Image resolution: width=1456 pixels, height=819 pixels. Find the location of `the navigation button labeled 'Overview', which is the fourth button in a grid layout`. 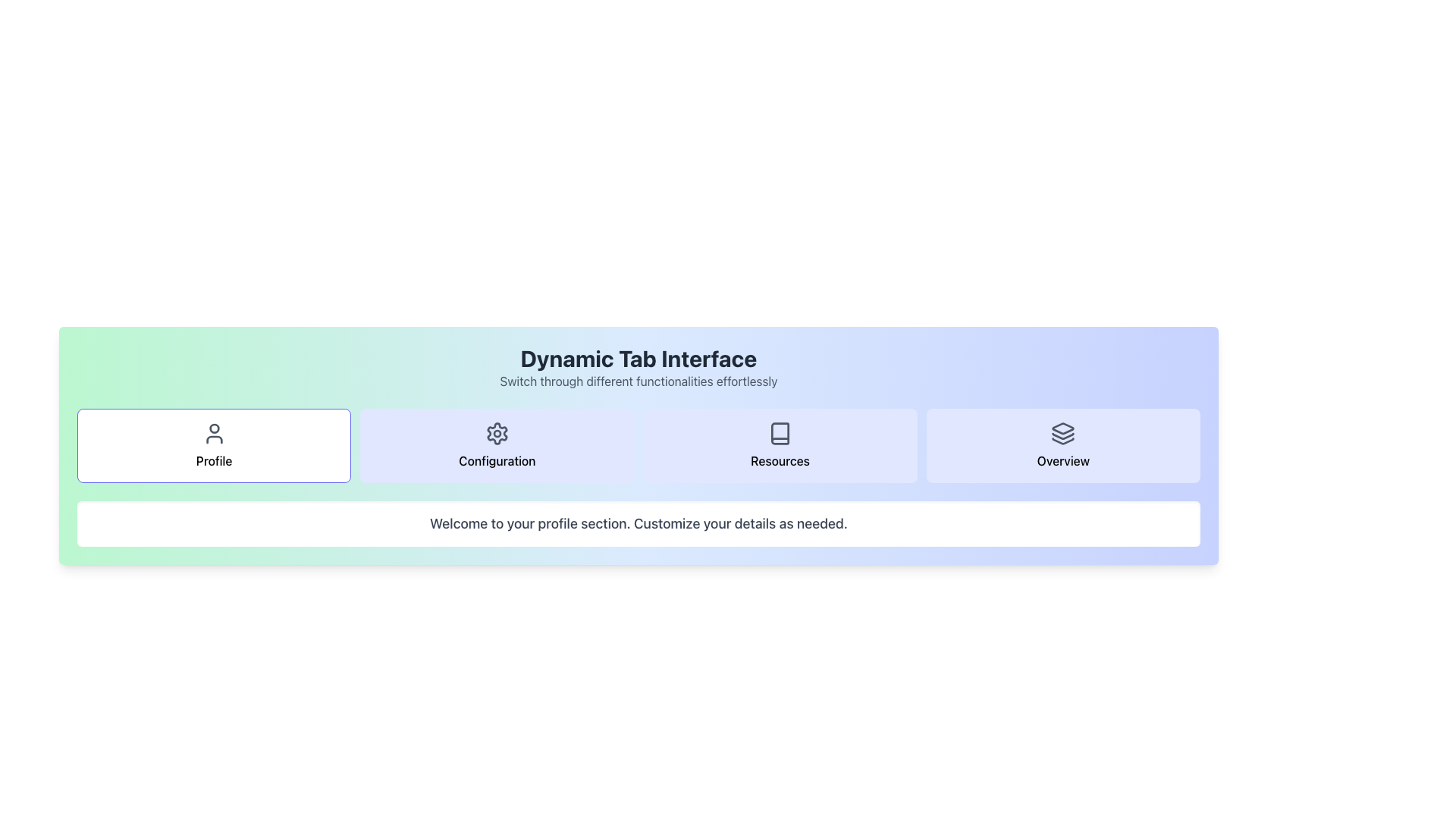

the navigation button labeled 'Overview', which is the fourth button in a grid layout is located at coordinates (1062, 444).